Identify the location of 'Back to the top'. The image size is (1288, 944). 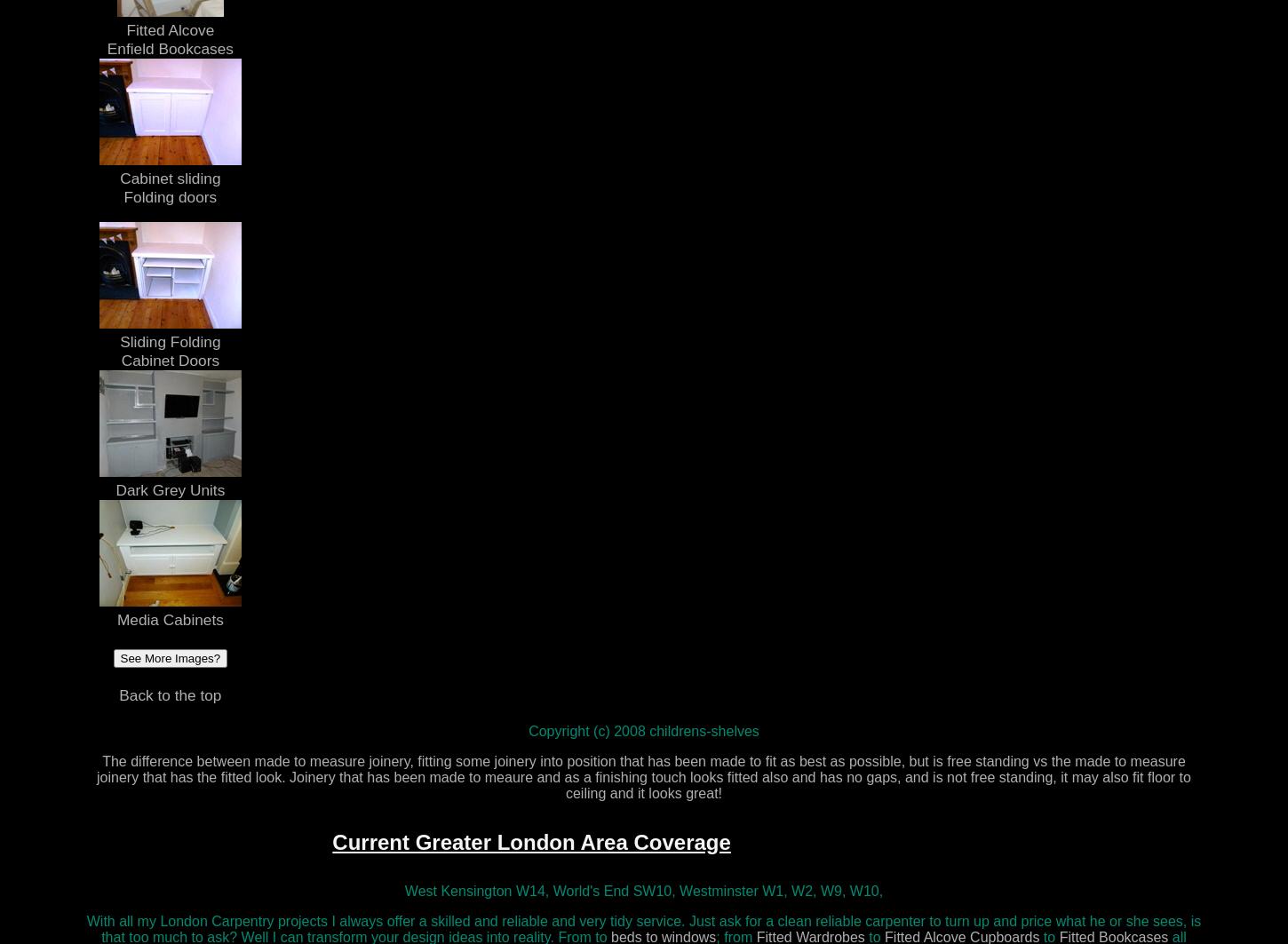
(169, 694).